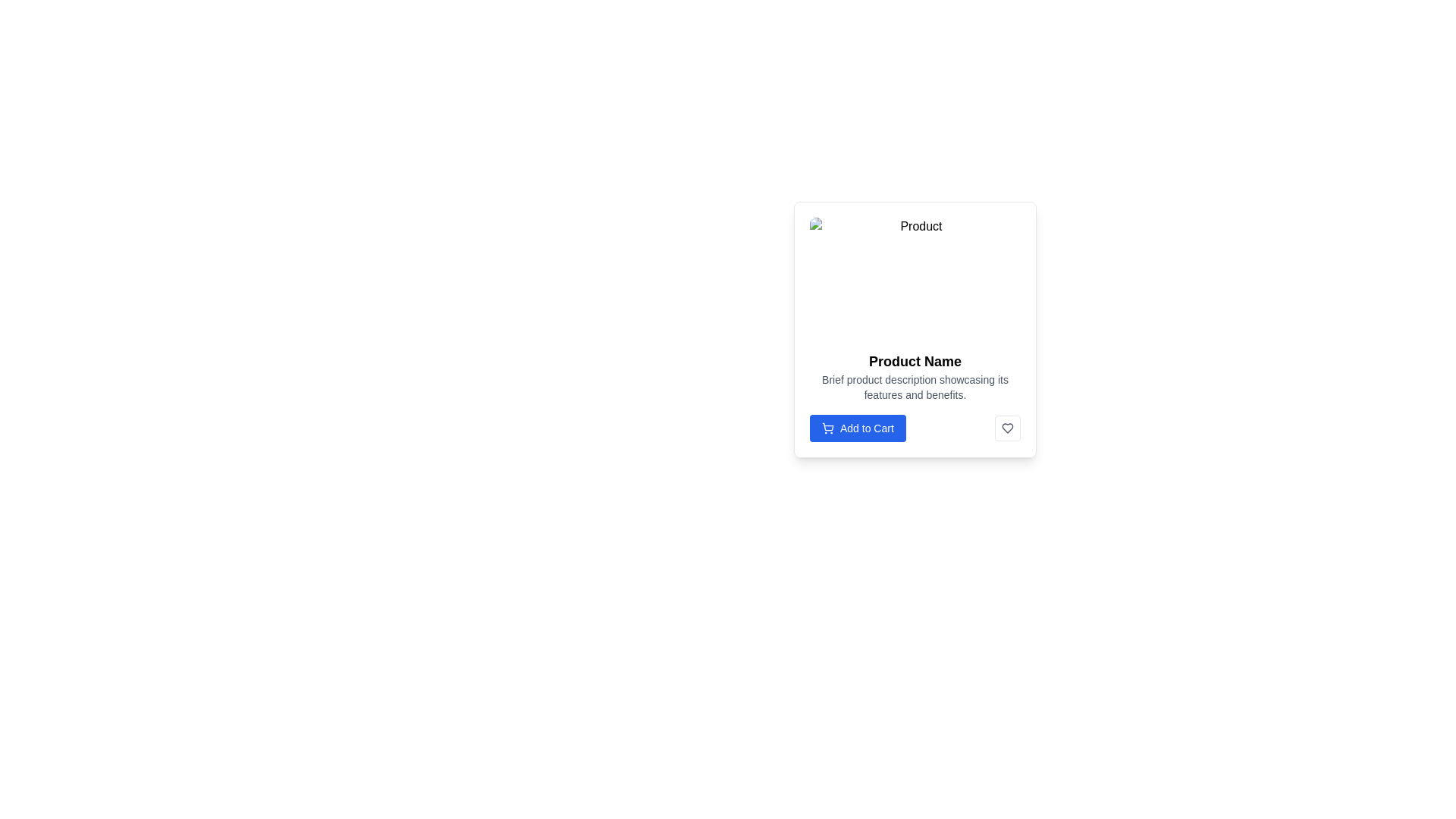  What do you see at coordinates (914, 278) in the screenshot?
I see `the product image element` at bounding box center [914, 278].